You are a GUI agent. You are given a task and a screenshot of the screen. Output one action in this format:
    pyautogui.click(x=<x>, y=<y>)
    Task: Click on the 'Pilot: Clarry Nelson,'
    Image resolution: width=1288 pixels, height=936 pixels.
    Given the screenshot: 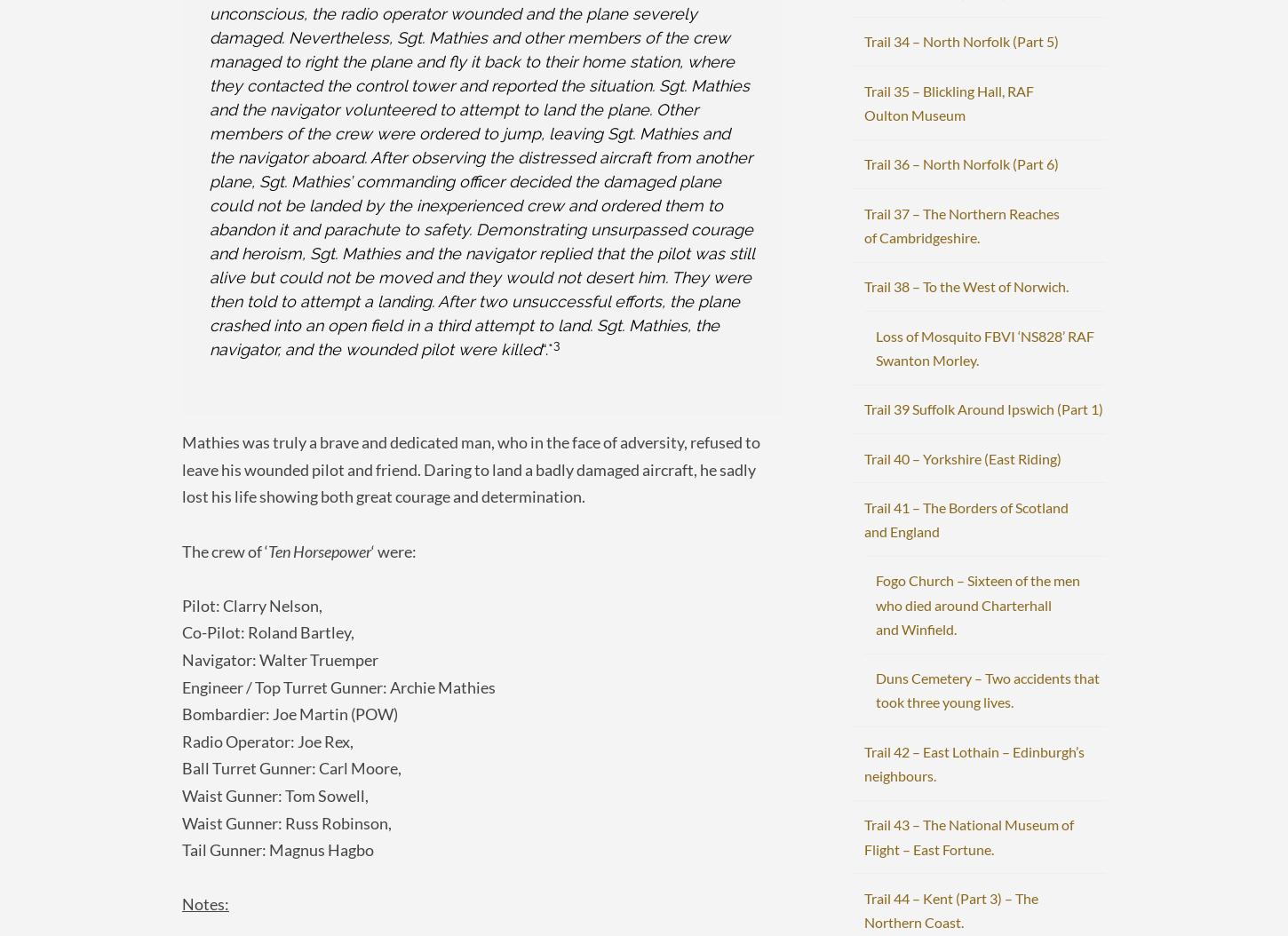 What is the action you would take?
    pyautogui.click(x=252, y=604)
    